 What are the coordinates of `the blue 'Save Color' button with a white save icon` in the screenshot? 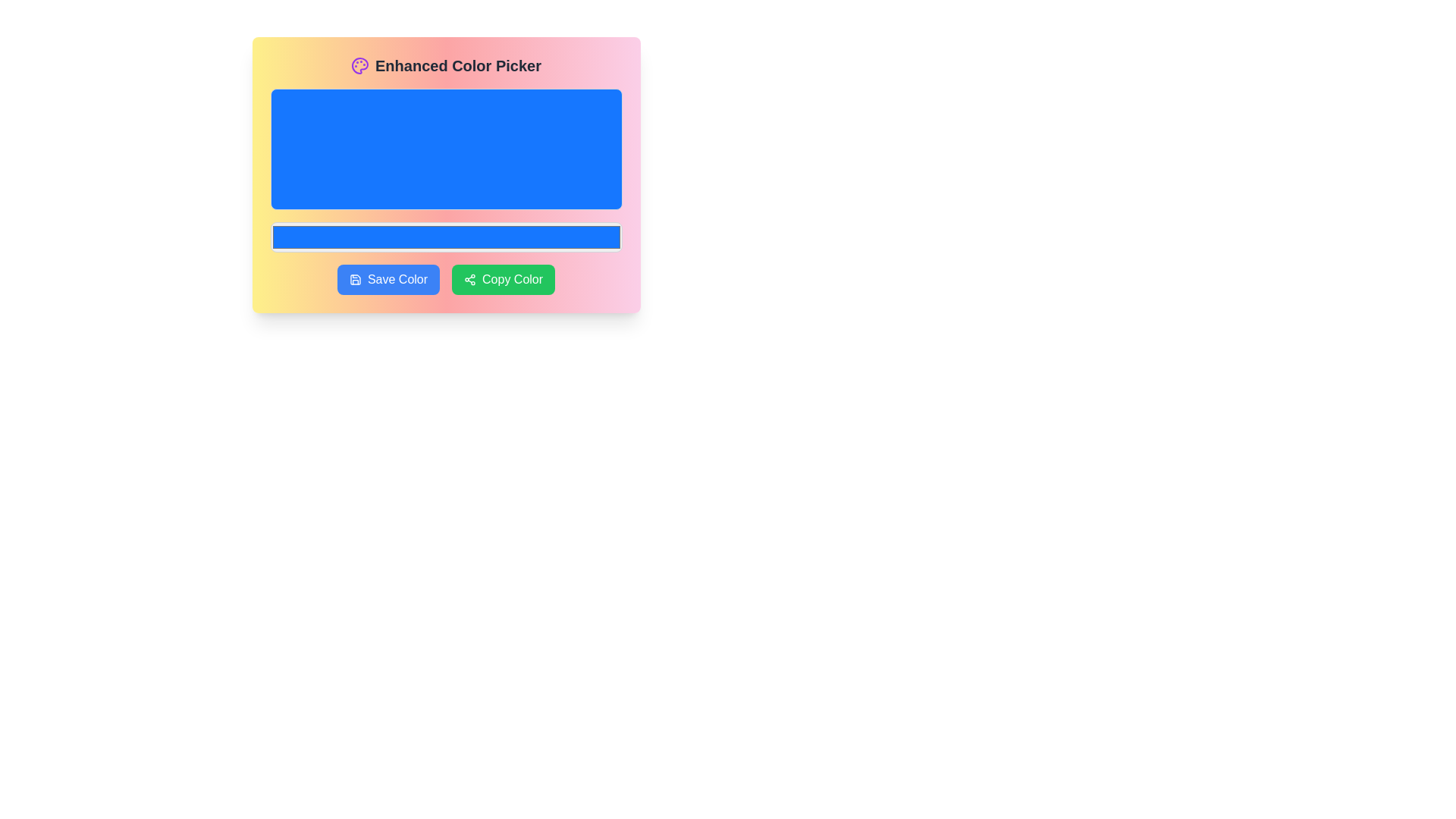 It's located at (388, 280).